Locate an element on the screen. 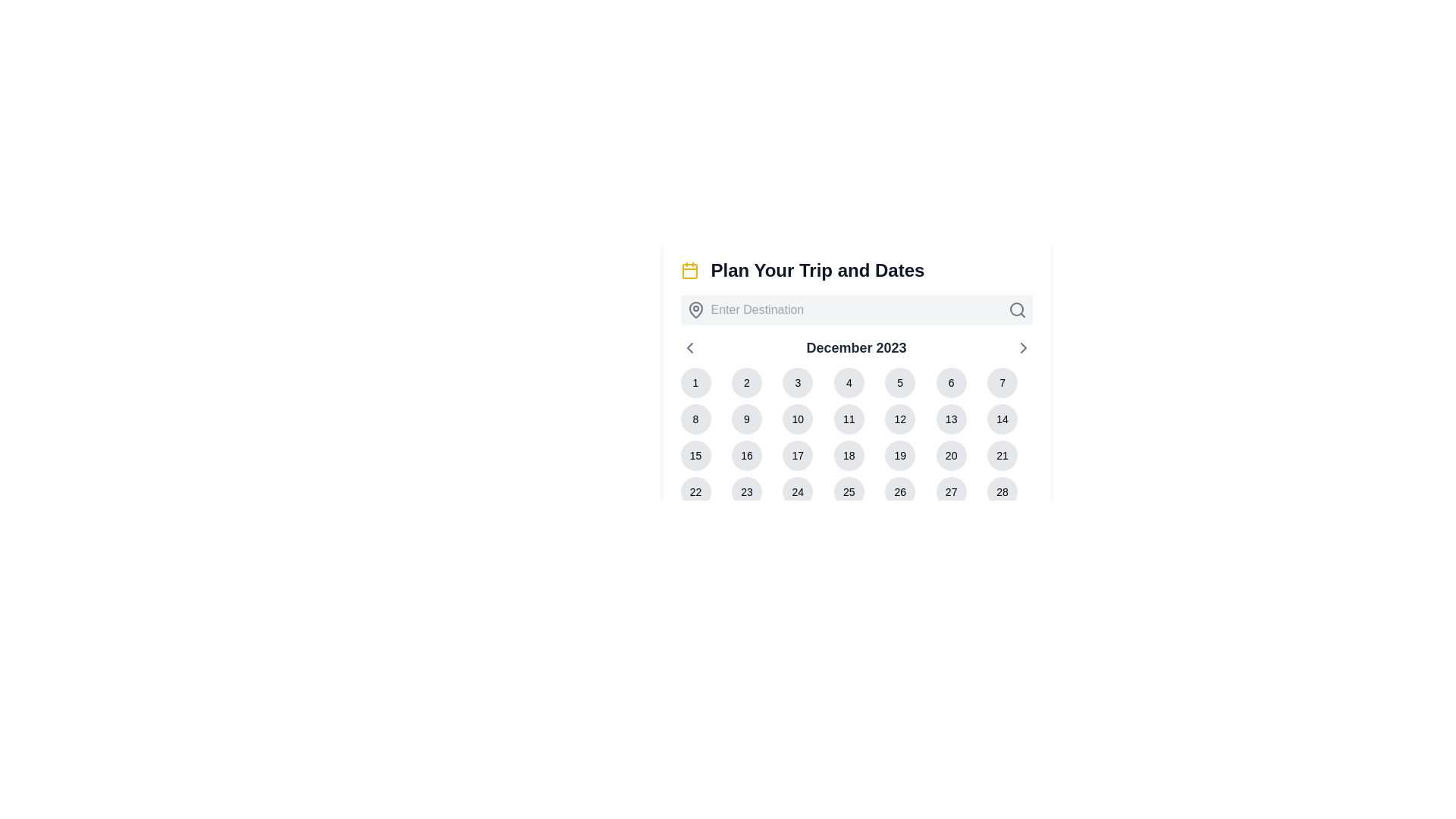 The image size is (1456, 819). the left-pointing chevron arrow icon located at the top-left corner of the calendar interface is located at coordinates (689, 348).